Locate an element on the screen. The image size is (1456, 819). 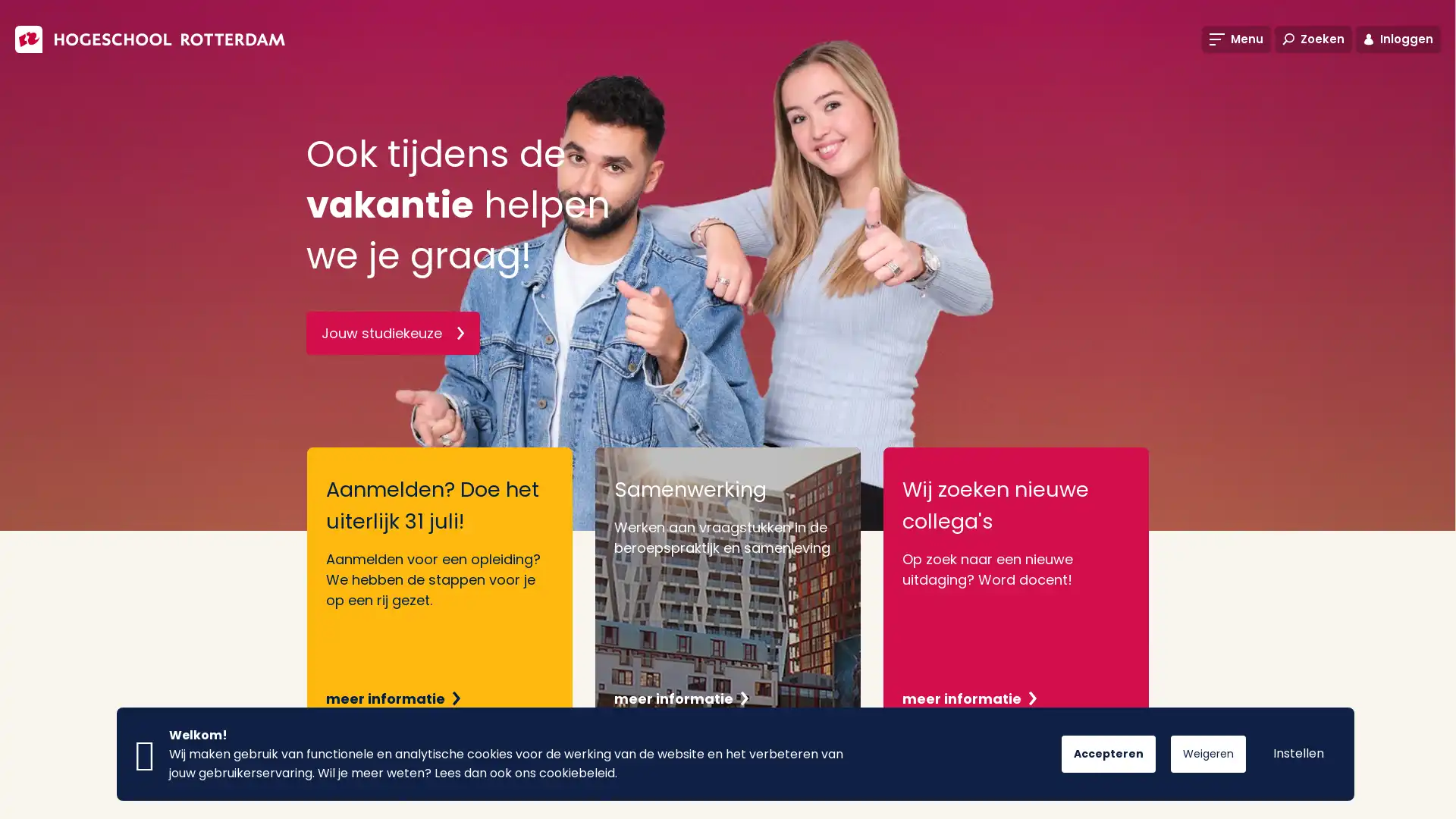
Accepteren is located at coordinates (1107, 754).